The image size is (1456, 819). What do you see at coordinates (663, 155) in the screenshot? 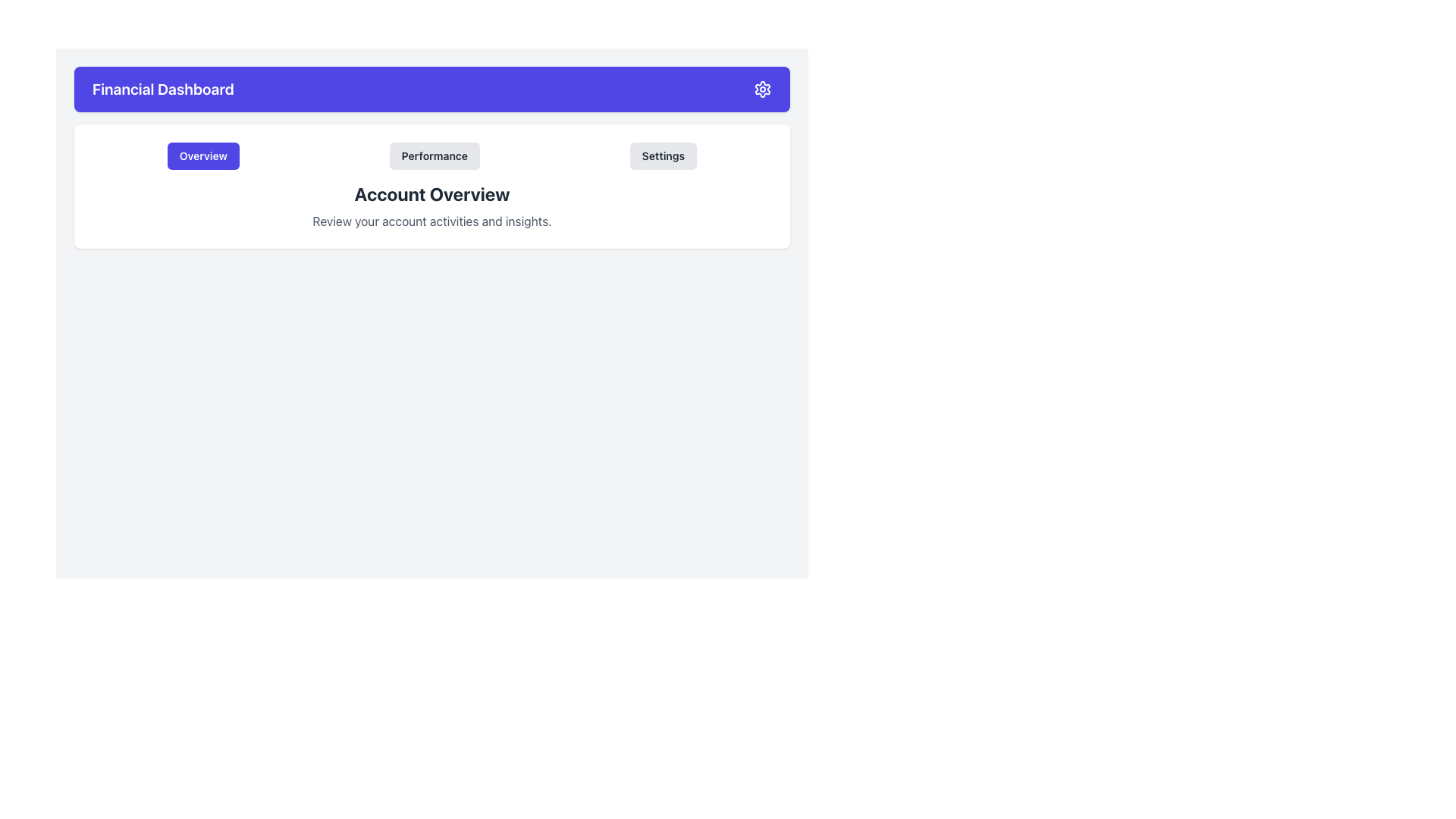
I see `the 'Settings' navigation button located at the far right of the horizontal group of three buttons for keyboard navigation` at bounding box center [663, 155].